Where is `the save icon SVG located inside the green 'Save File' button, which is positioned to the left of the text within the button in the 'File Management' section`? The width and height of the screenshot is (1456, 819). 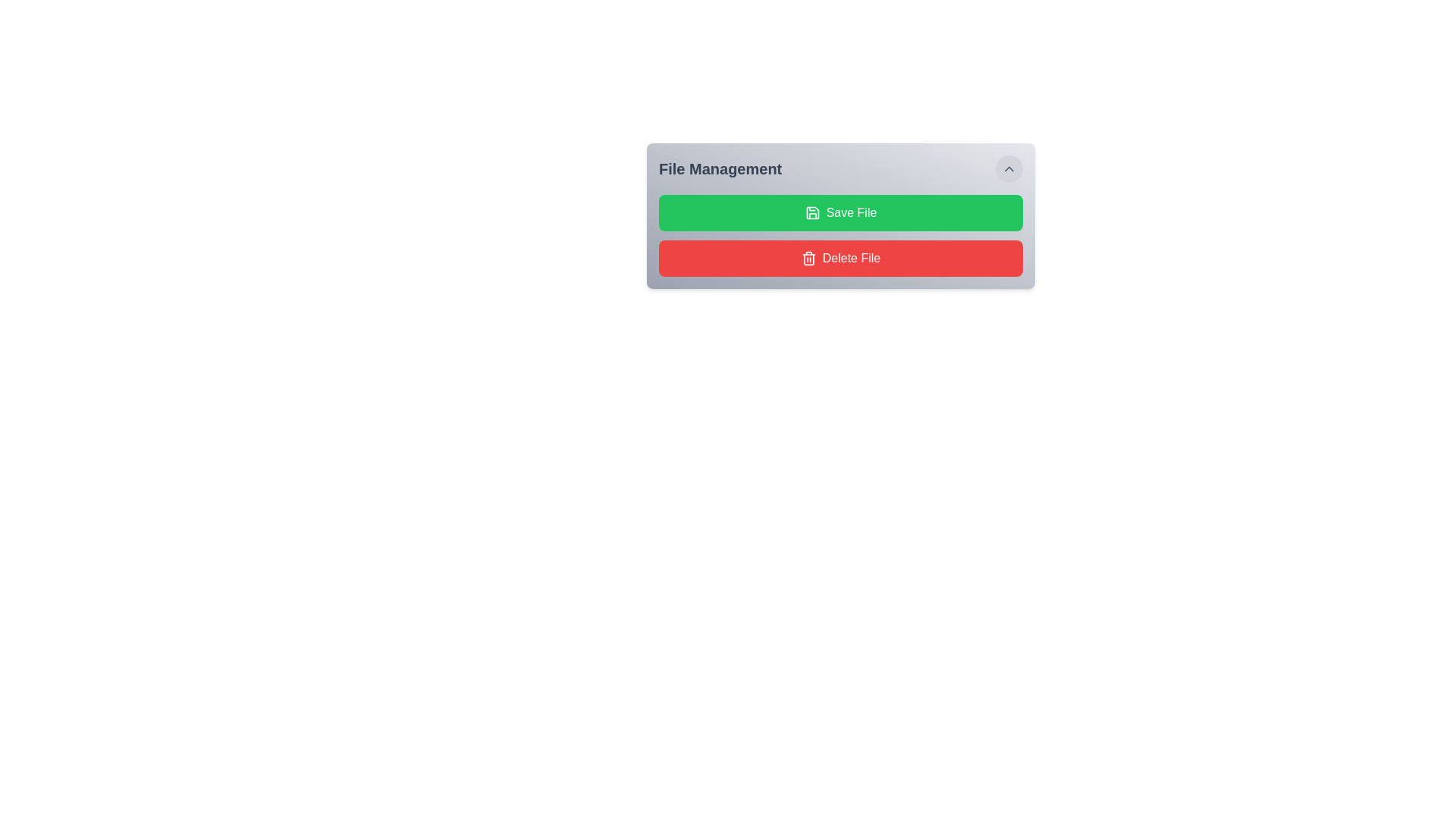
the save icon SVG located inside the green 'Save File' button, which is positioned to the left of the text within the button in the 'File Management' section is located at coordinates (811, 213).